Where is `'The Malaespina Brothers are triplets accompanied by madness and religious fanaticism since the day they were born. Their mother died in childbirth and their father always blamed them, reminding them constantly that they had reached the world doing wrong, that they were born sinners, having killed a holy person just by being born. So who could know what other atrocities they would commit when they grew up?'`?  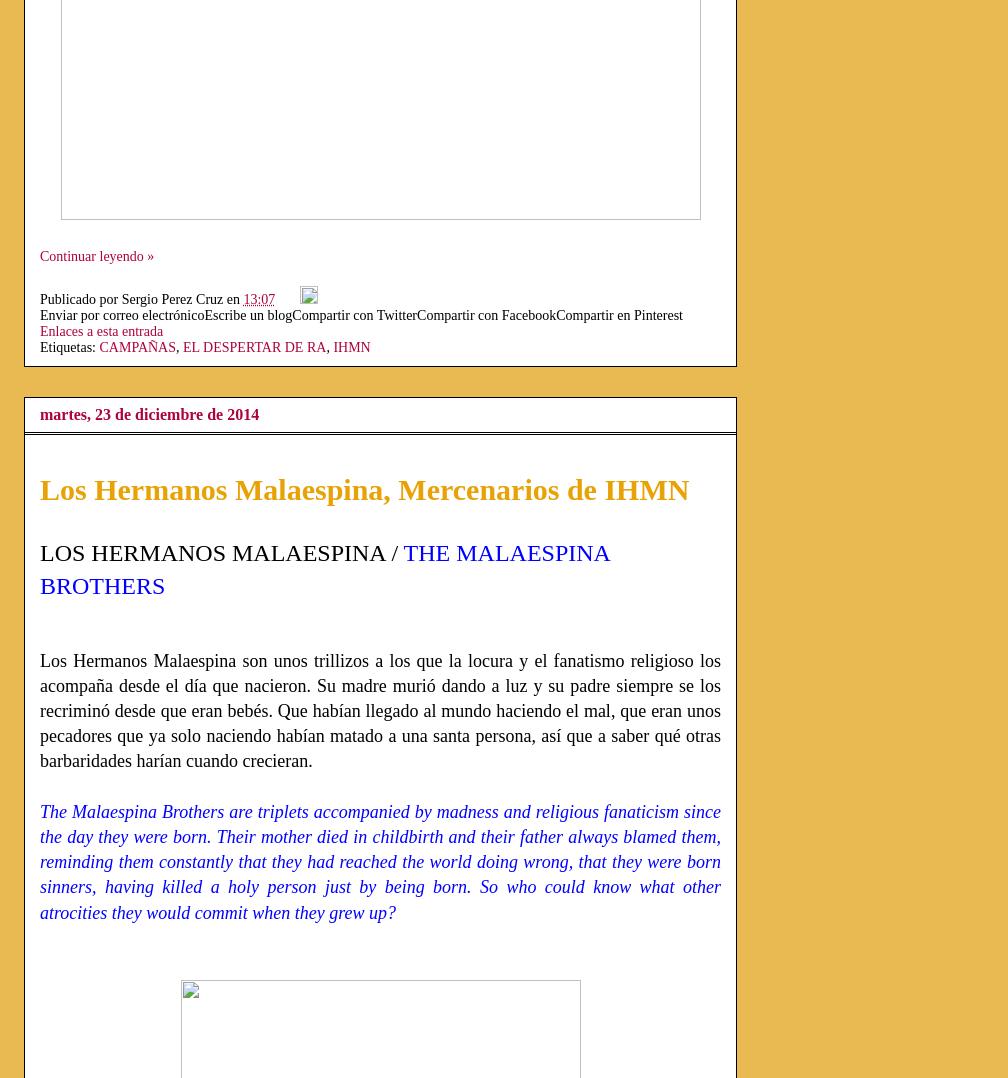
'The Malaespina Brothers are triplets accompanied by madness and religious fanaticism since the day they were born. Their mother died in childbirth and their father always blamed them, reminding them constantly that they had reached the world doing wrong, that they were born sinners, having killed a holy person just by being born. So who could know what other atrocities they would commit when they grew up?' is located at coordinates (380, 860).